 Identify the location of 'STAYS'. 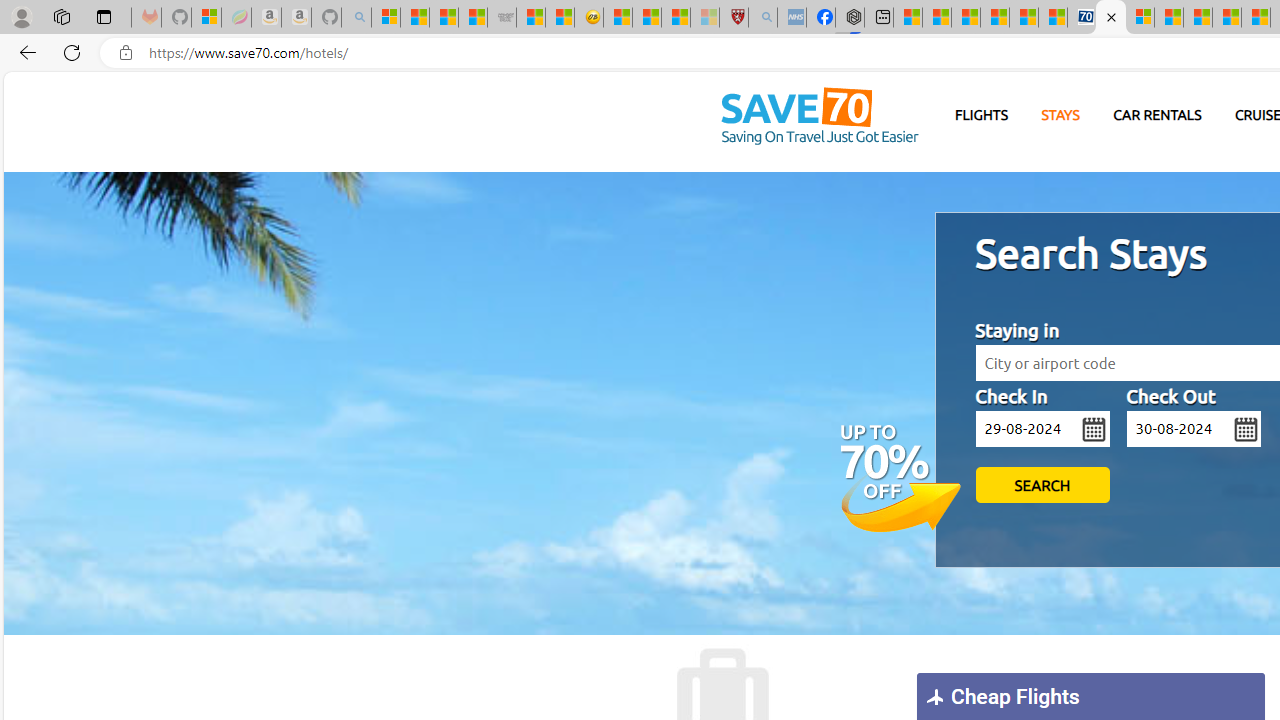
(1059, 115).